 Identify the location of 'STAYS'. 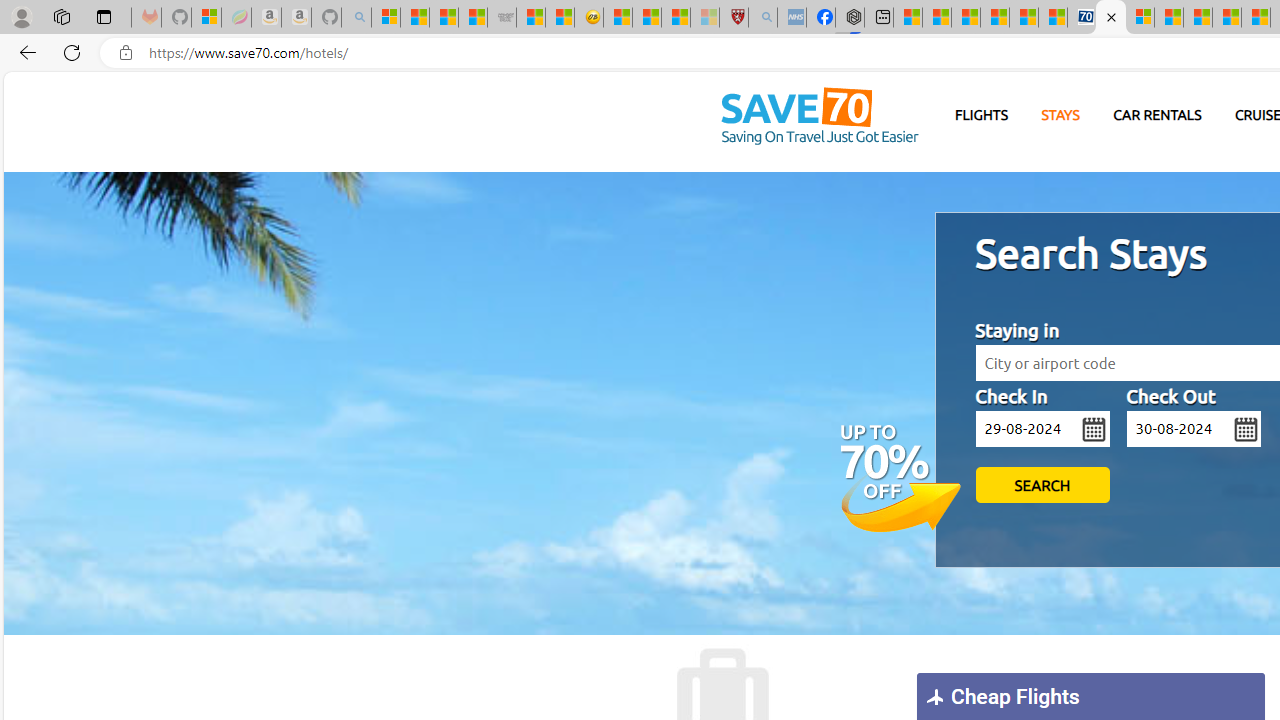
(1059, 115).